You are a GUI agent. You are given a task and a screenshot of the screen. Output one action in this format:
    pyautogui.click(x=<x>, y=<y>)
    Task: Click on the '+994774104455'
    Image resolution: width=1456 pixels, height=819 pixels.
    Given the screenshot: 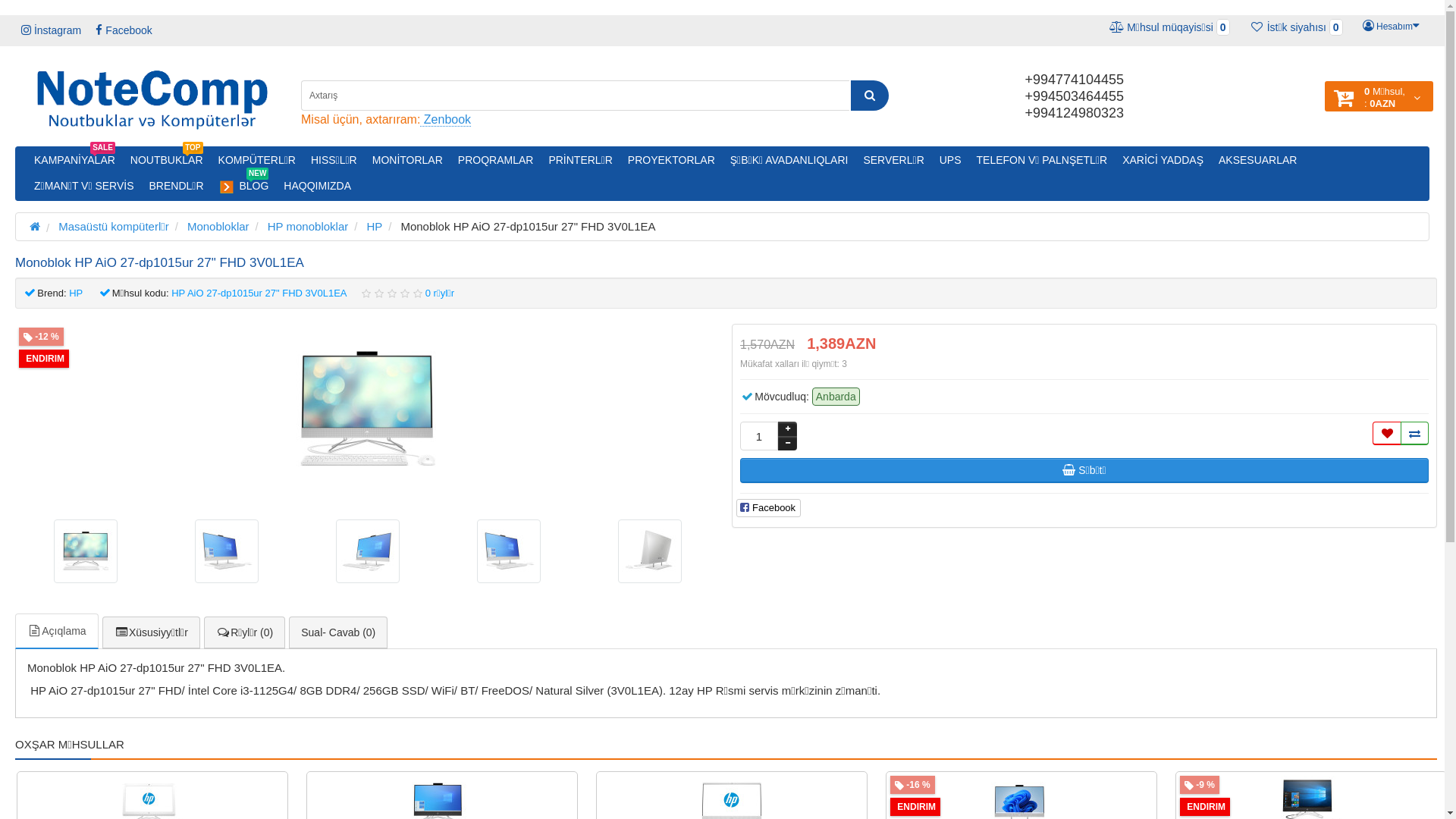 What is the action you would take?
    pyautogui.click(x=1073, y=79)
    